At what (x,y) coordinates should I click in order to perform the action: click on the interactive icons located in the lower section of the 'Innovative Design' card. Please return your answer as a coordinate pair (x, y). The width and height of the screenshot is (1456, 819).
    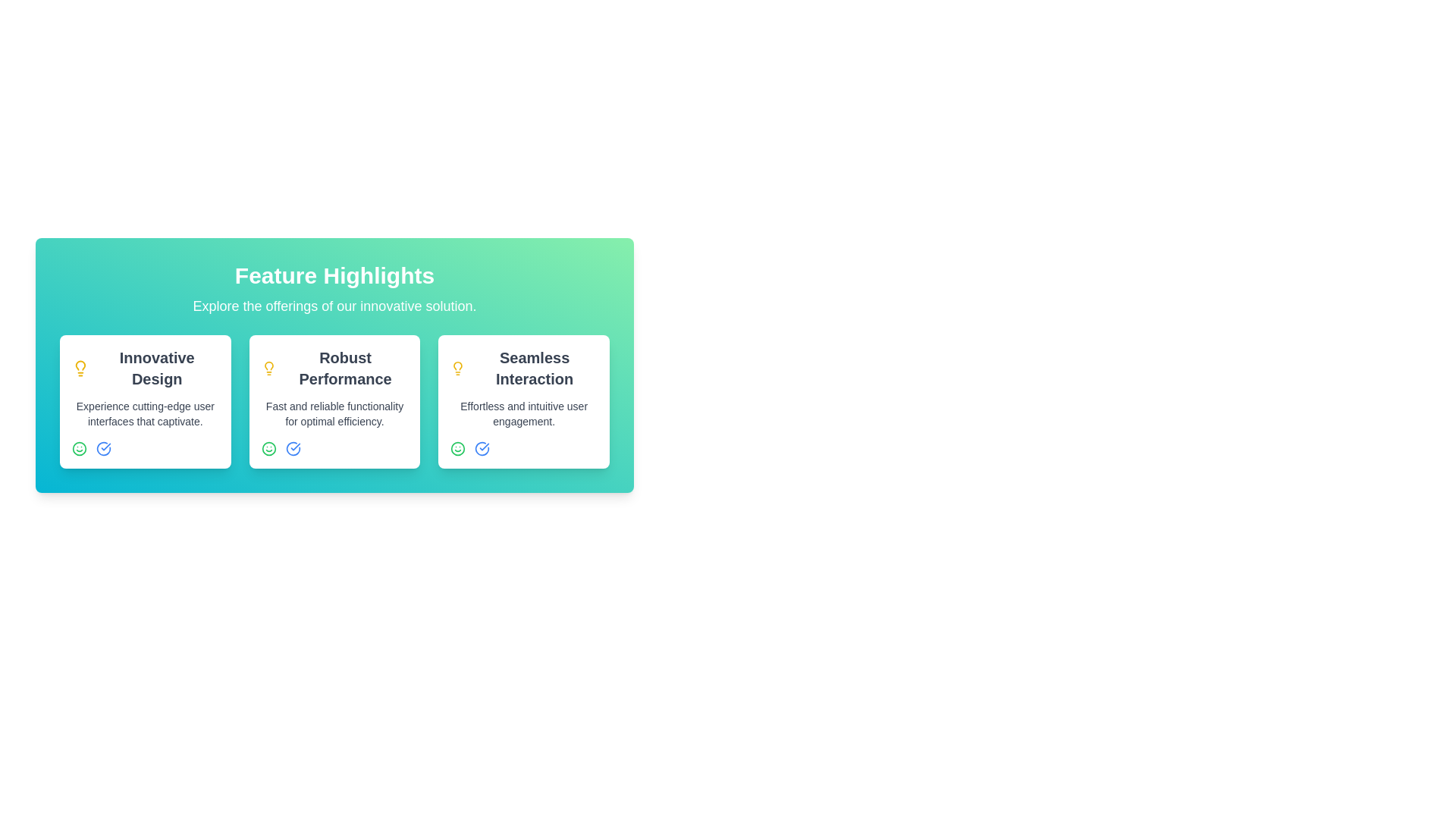
    Looking at the image, I should click on (145, 447).